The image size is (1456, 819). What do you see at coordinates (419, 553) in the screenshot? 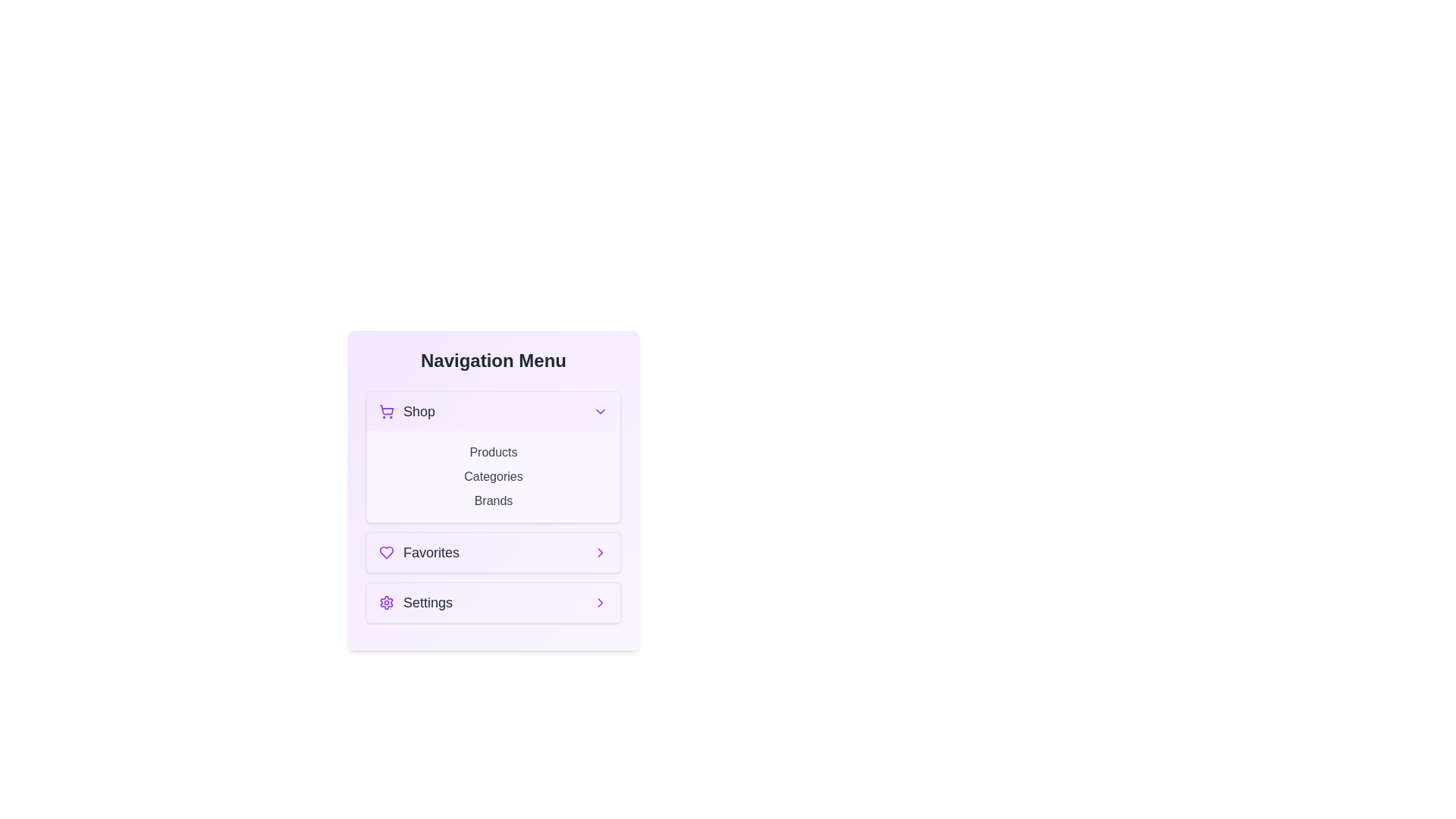
I see `the purple outline heart icon next to the 'Favorites' text in the vertical navigation menu` at bounding box center [419, 553].